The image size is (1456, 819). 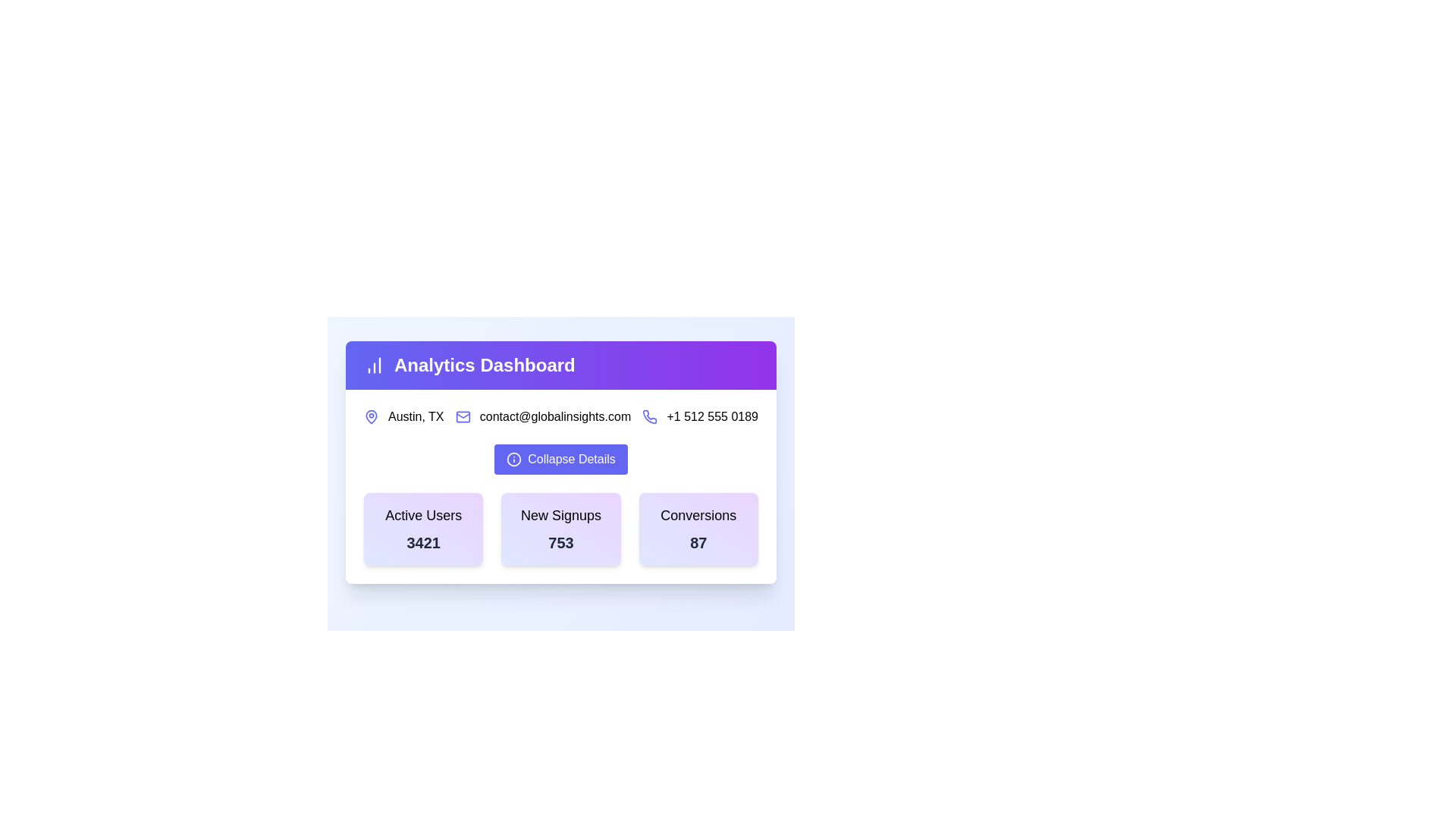 What do you see at coordinates (698, 542) in the screenshot?
I see `displayed numerical value of conversions from the text element located at the bottom-right corner of the analytics dashboard segment, below the label 'Conversions'` at bounding box center [698, 542].